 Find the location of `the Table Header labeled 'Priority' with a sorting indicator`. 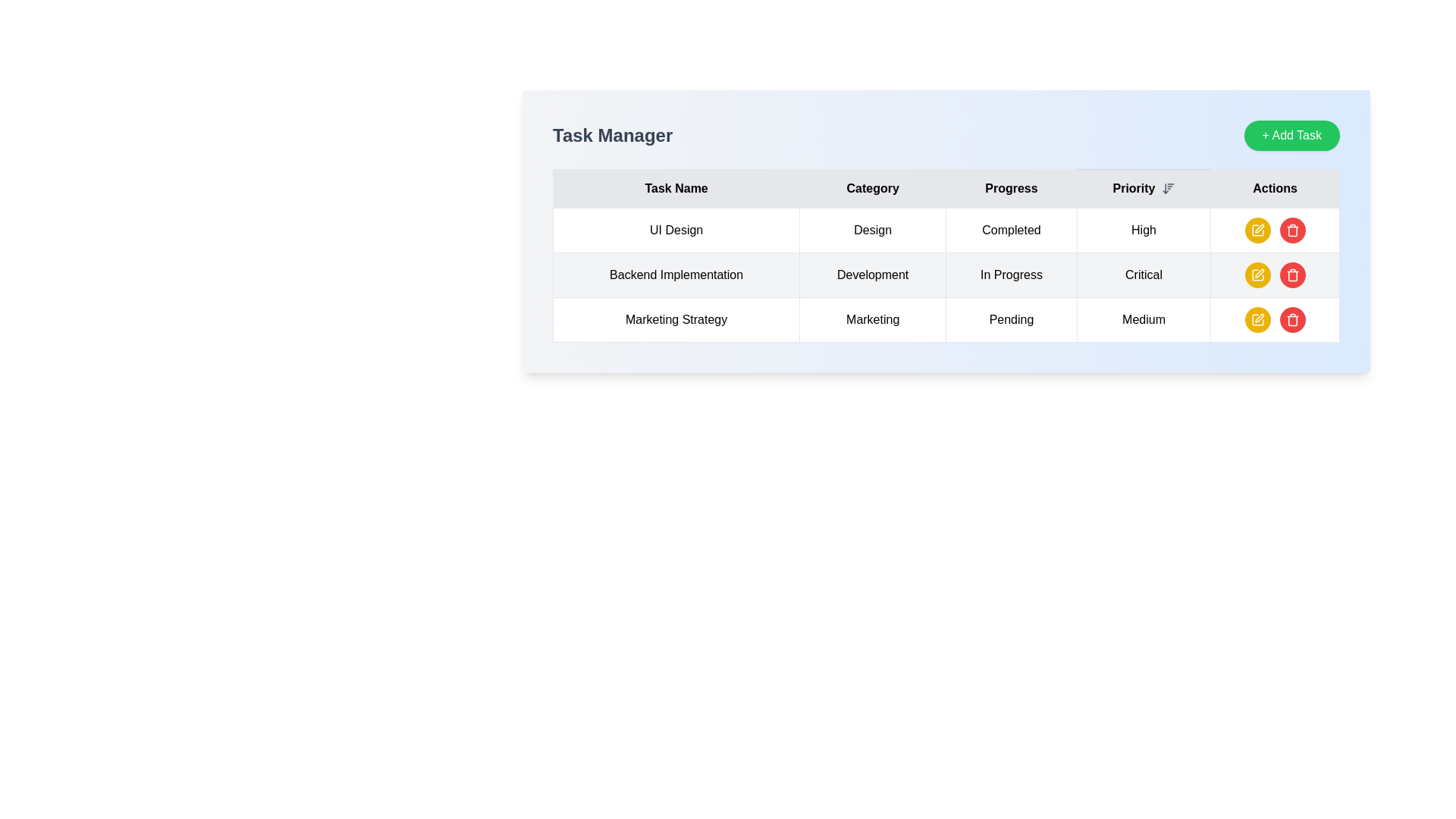

the Table Header labeled 'Priority' with a sorting indicator is located at coordinates (1144, 188).